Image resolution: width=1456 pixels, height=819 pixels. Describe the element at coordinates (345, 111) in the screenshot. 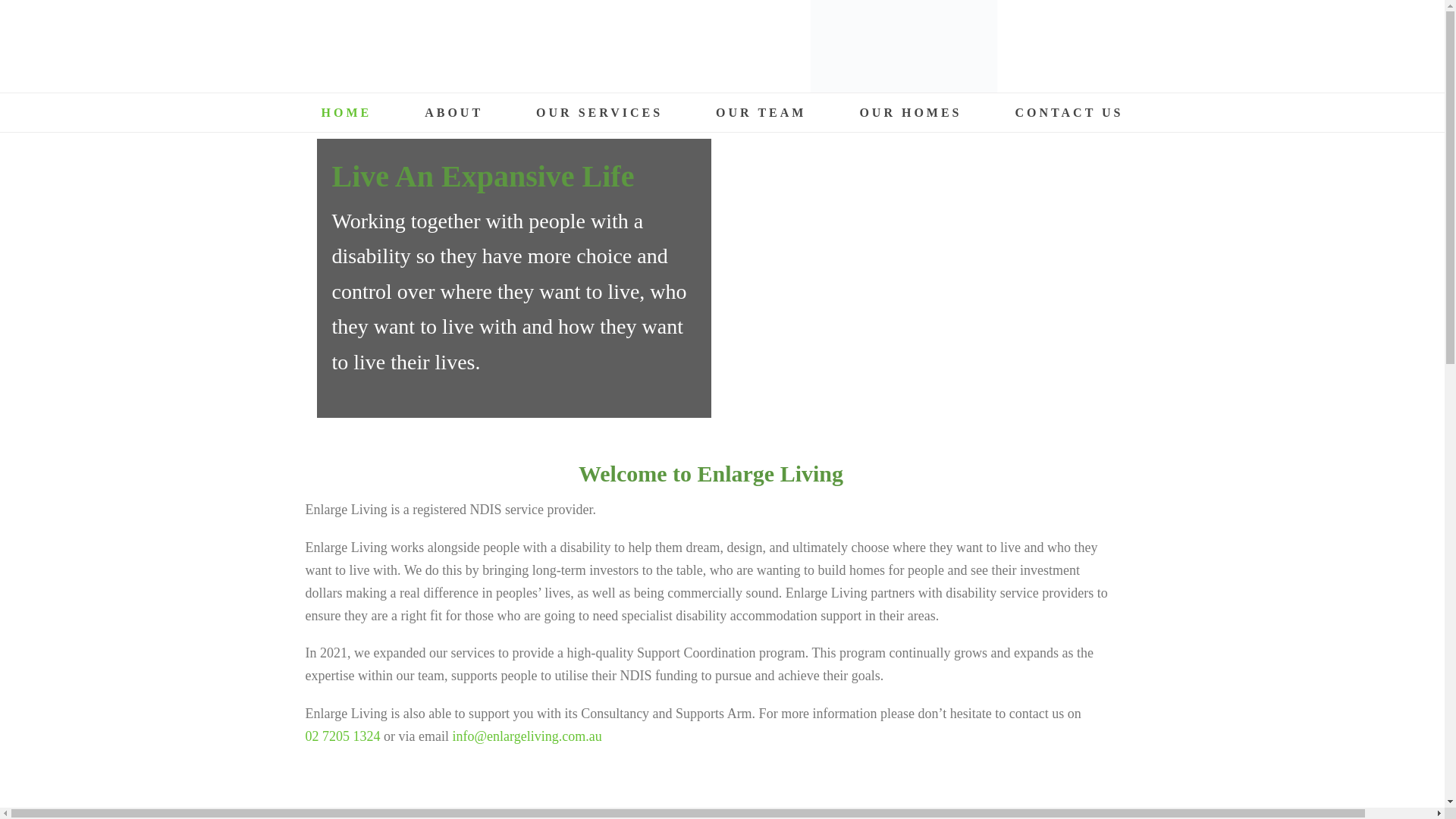

I see `'HOME'` at that location.